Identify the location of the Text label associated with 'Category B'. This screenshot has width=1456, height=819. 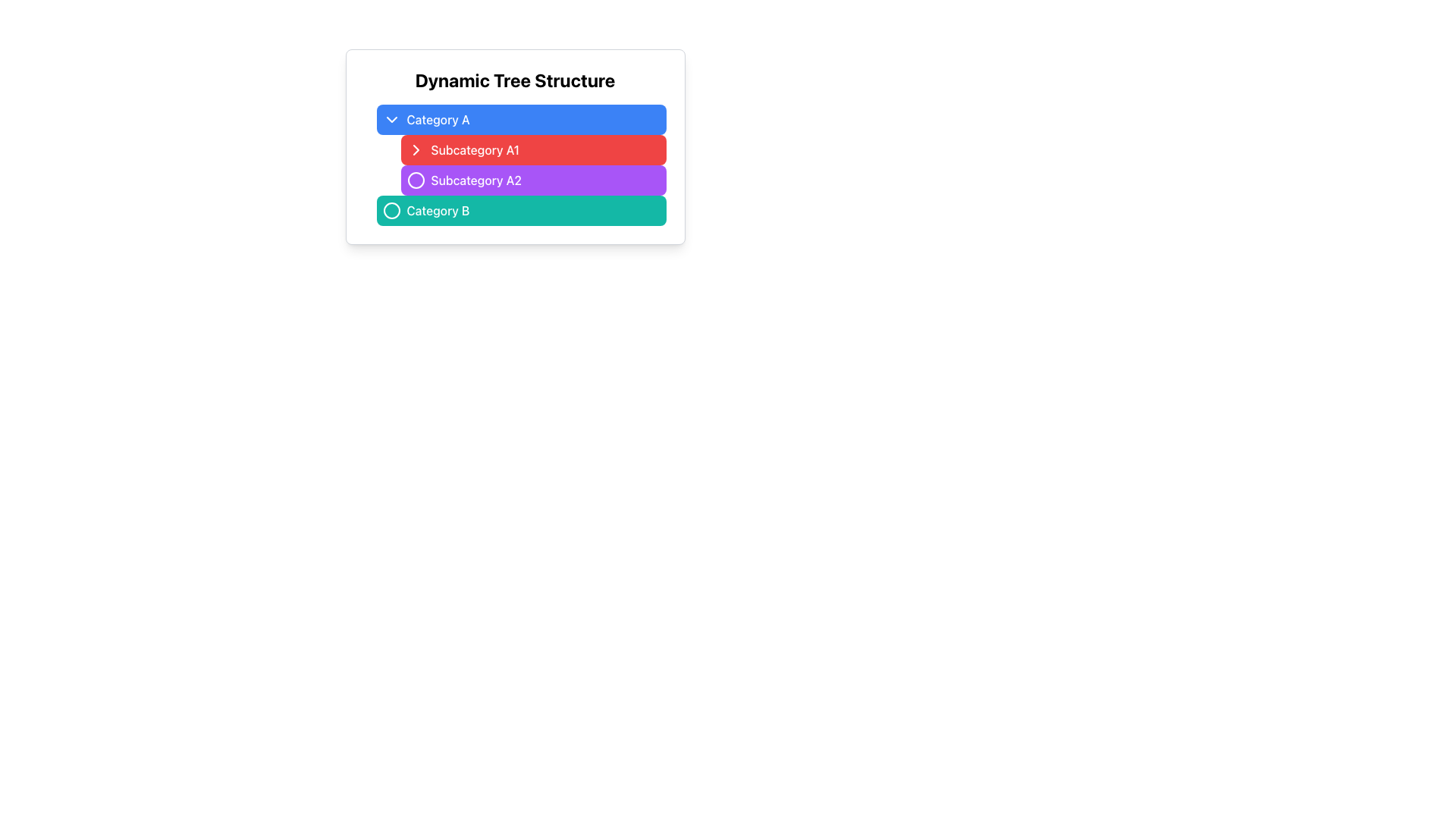
(437, 210).